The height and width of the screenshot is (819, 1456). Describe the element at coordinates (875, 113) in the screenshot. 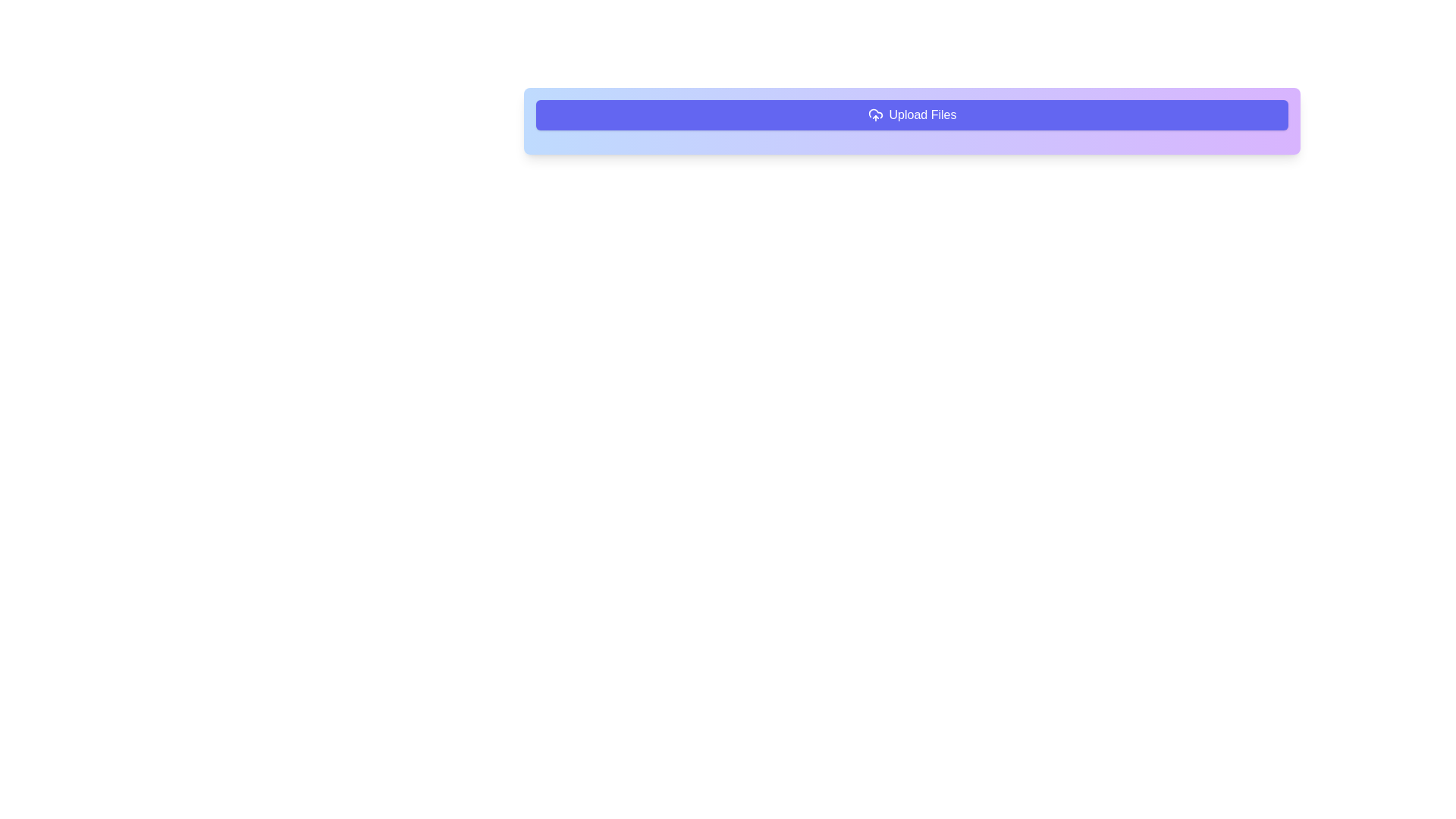

I see `the cloud outline icon located to the left of the 'Upload Files' button` at that location.